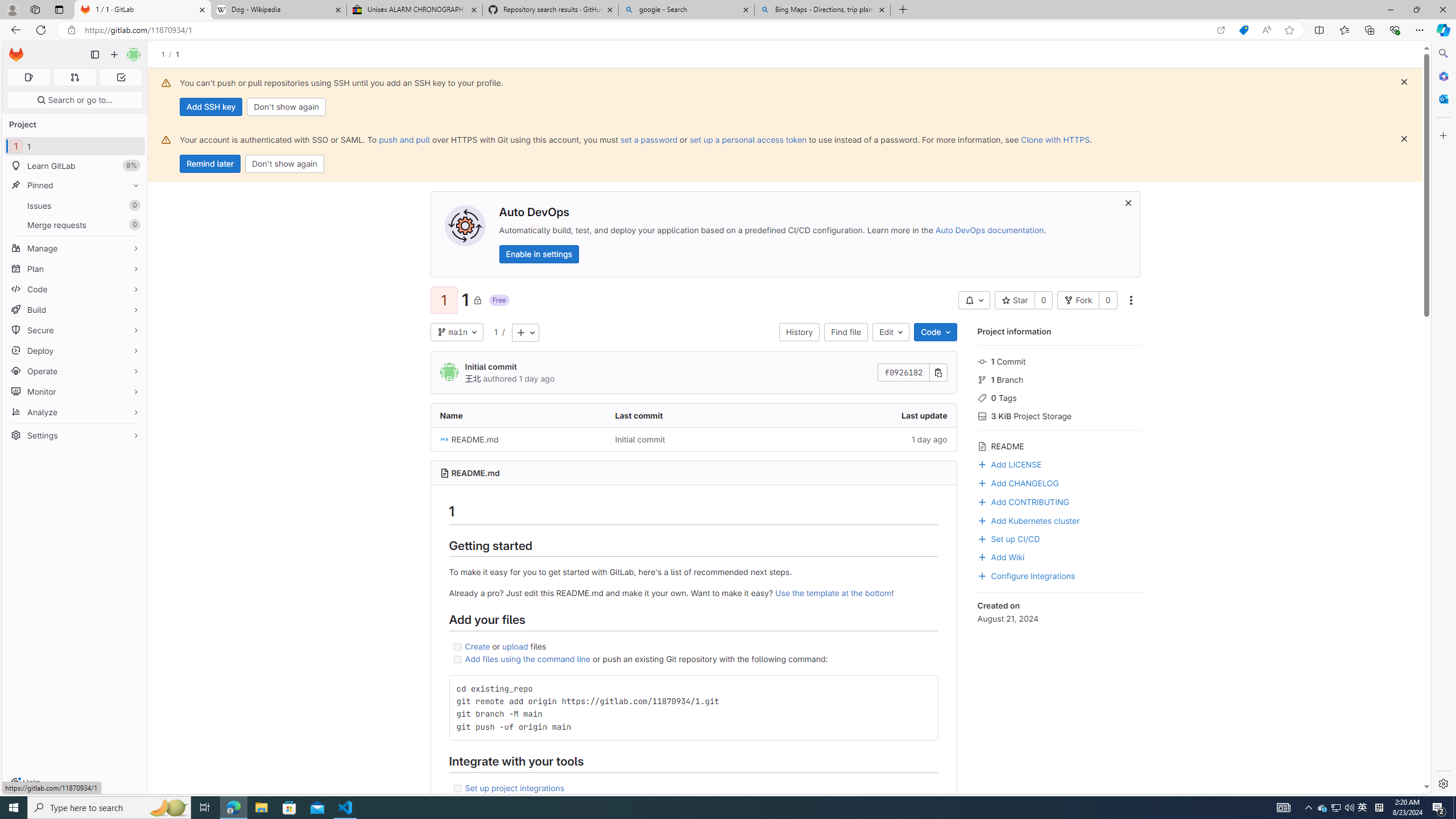 Image resolution: width=1456 pixels, height=819 pixels. What do you see at coordinates (74, 224) in the screenshot?
I see `'Merge requests 0'` at bounding box center [74, 224].